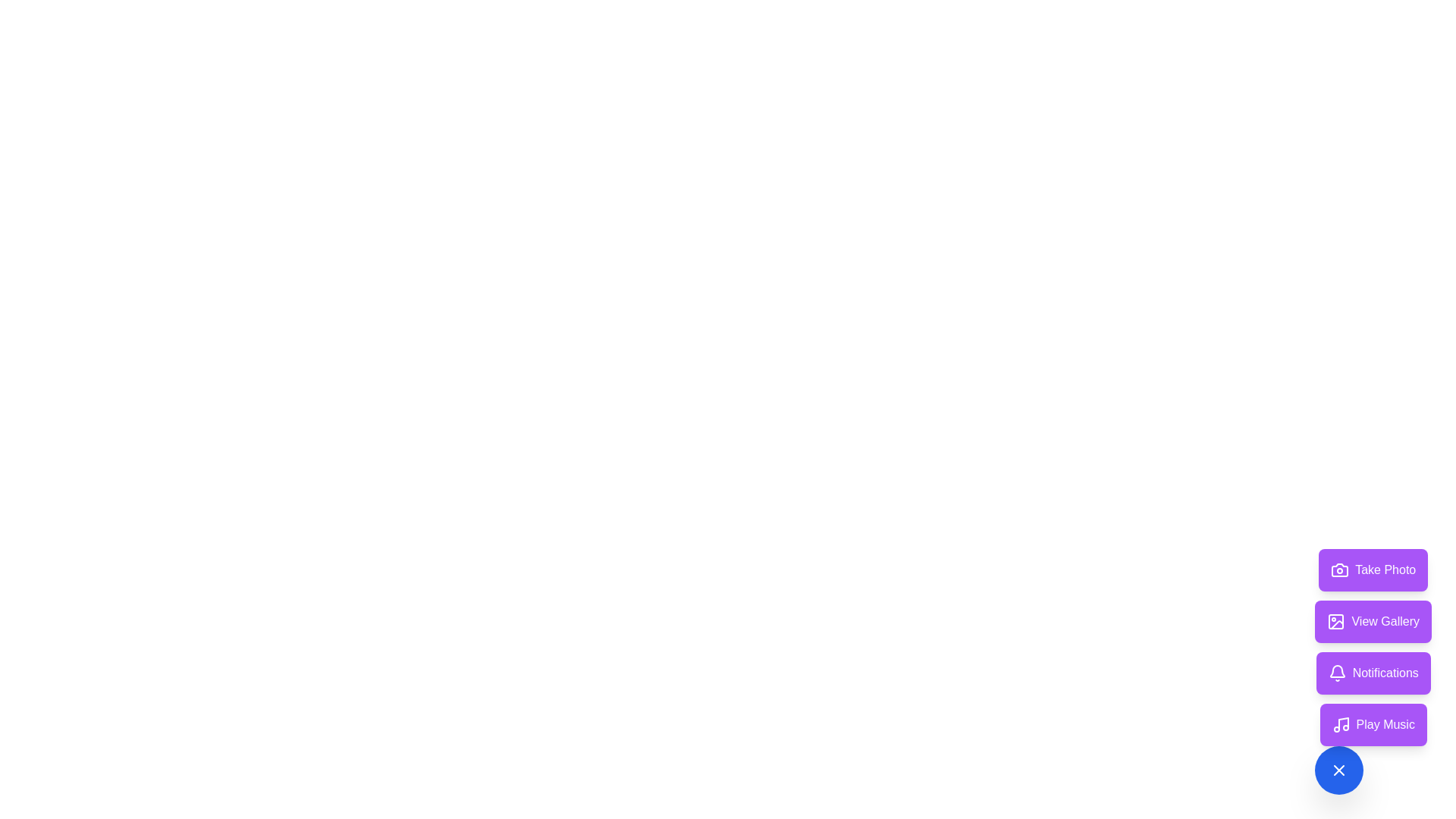 The width and height of the screenshot is (1456, 819). Describe the element at coordinates (1340, 570) in the screenshot. I see `the 'Take Photo' button by clicking on the compact camera icon positioned on the left side of the button` at that location.